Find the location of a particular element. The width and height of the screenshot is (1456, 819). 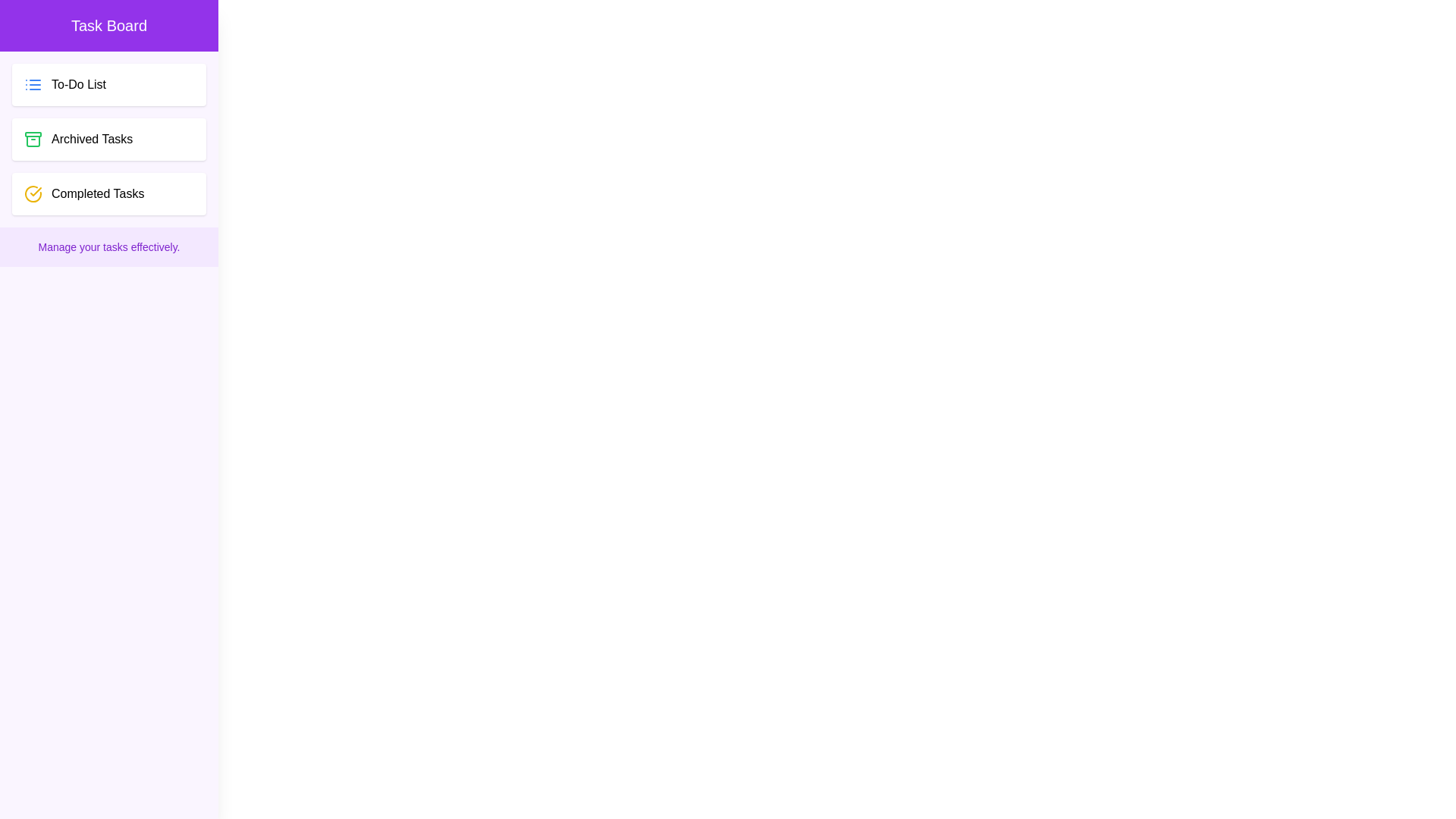

the toggle button to toggle the visibility of the TaskManagementDrawer is located at coordinates (29, 29).